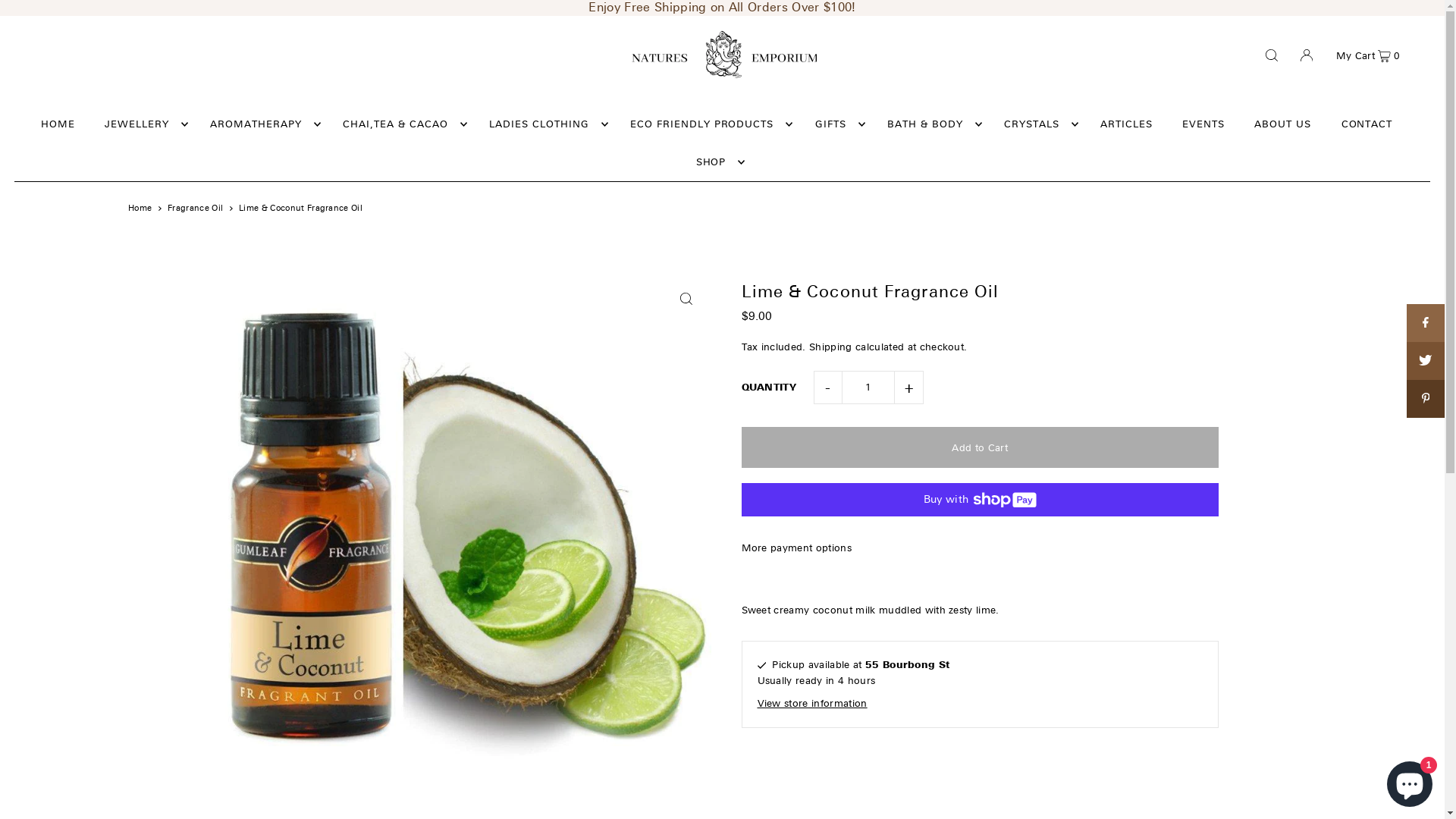 The height and width of the screenshot is (819, 1456). I want to click on 'ABOUT US', so click(1282, 124).